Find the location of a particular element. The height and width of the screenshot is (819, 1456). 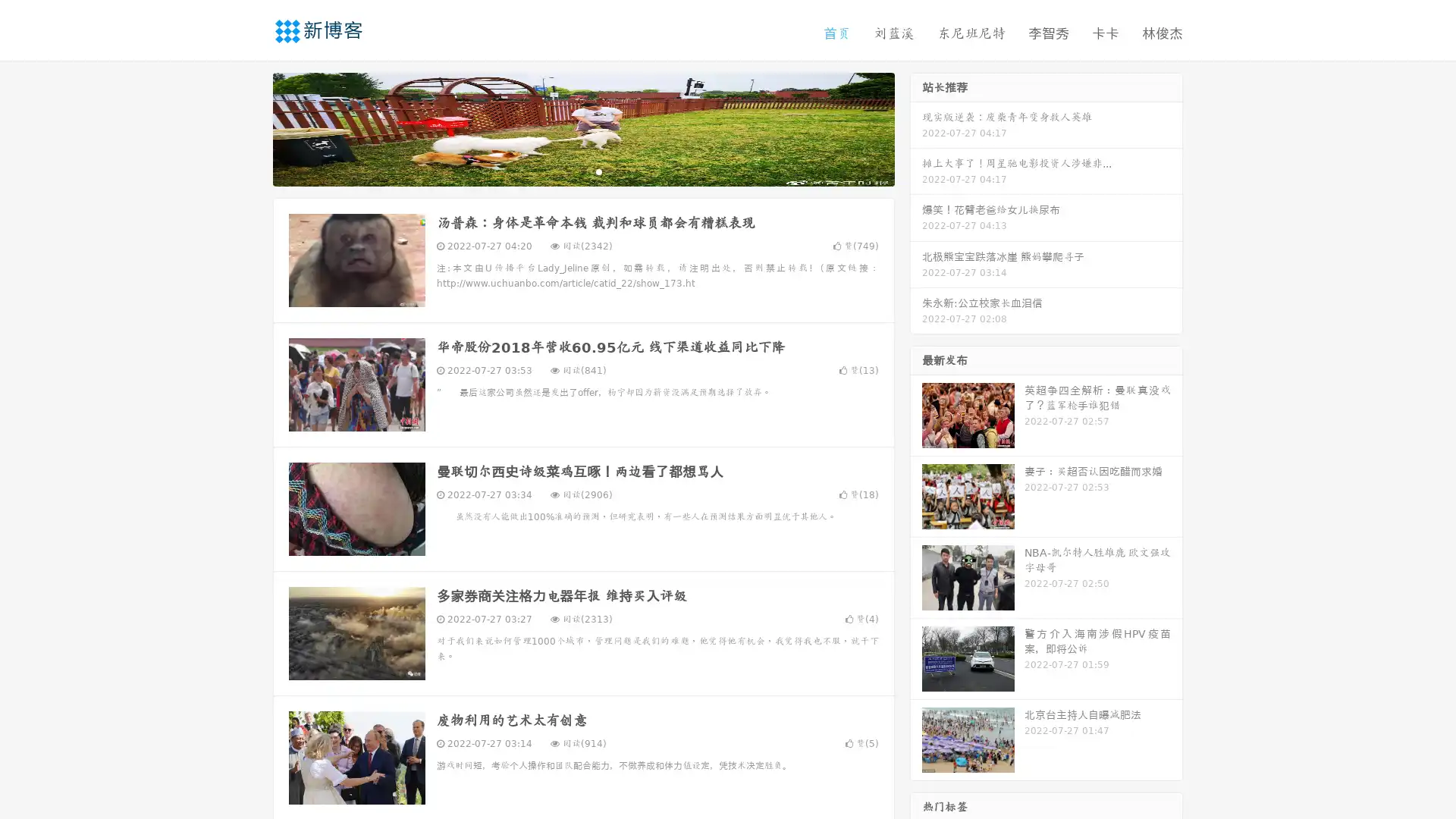

Go to slide 1 is located at coordinates (567, 171).